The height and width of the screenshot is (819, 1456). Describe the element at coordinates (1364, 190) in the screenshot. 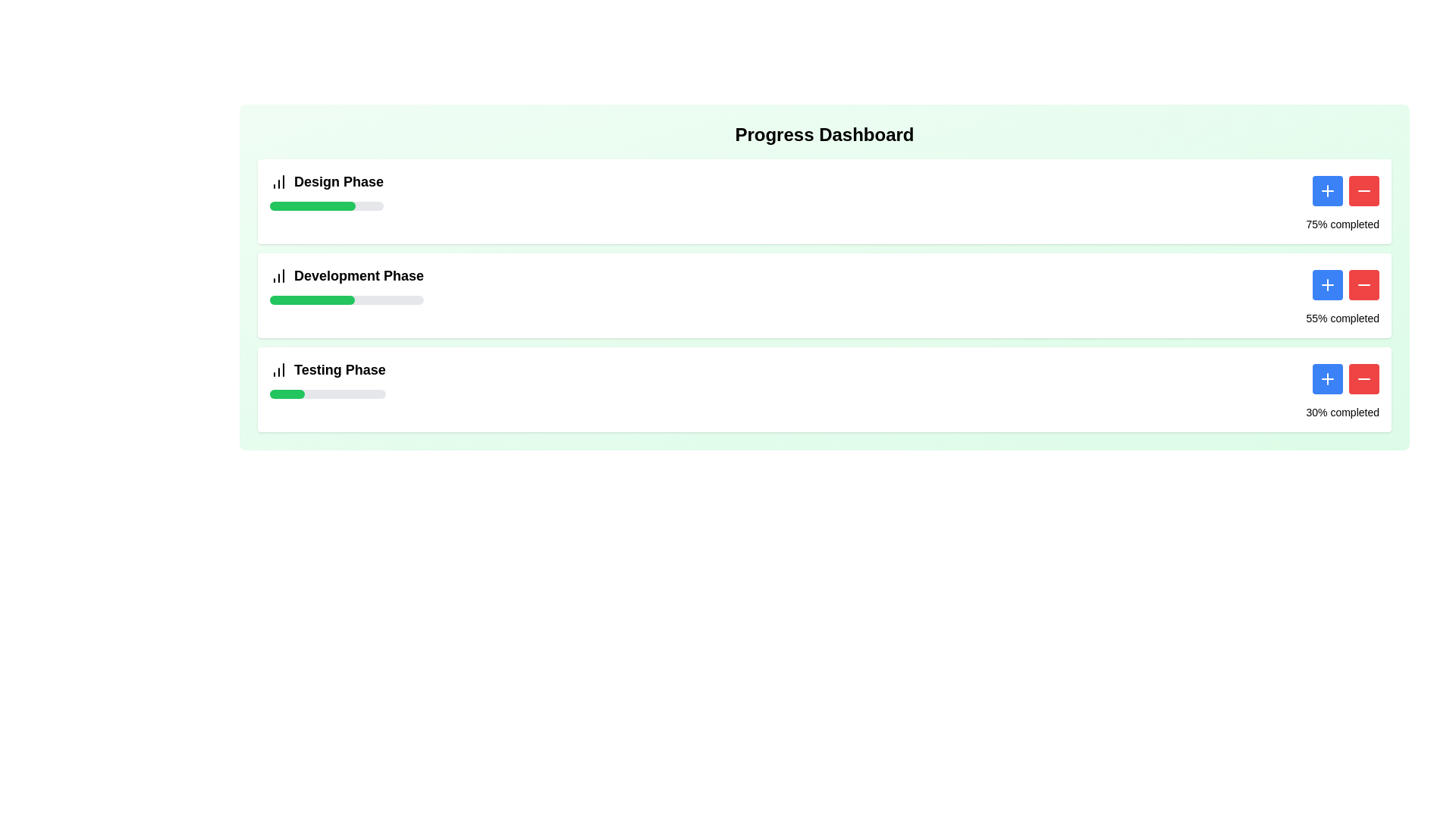

I see `the red button with a minus icon, which is the second button in the pair located in the 'Design Phase' section of the progress dashboard, to observe its hover effect` at that location.